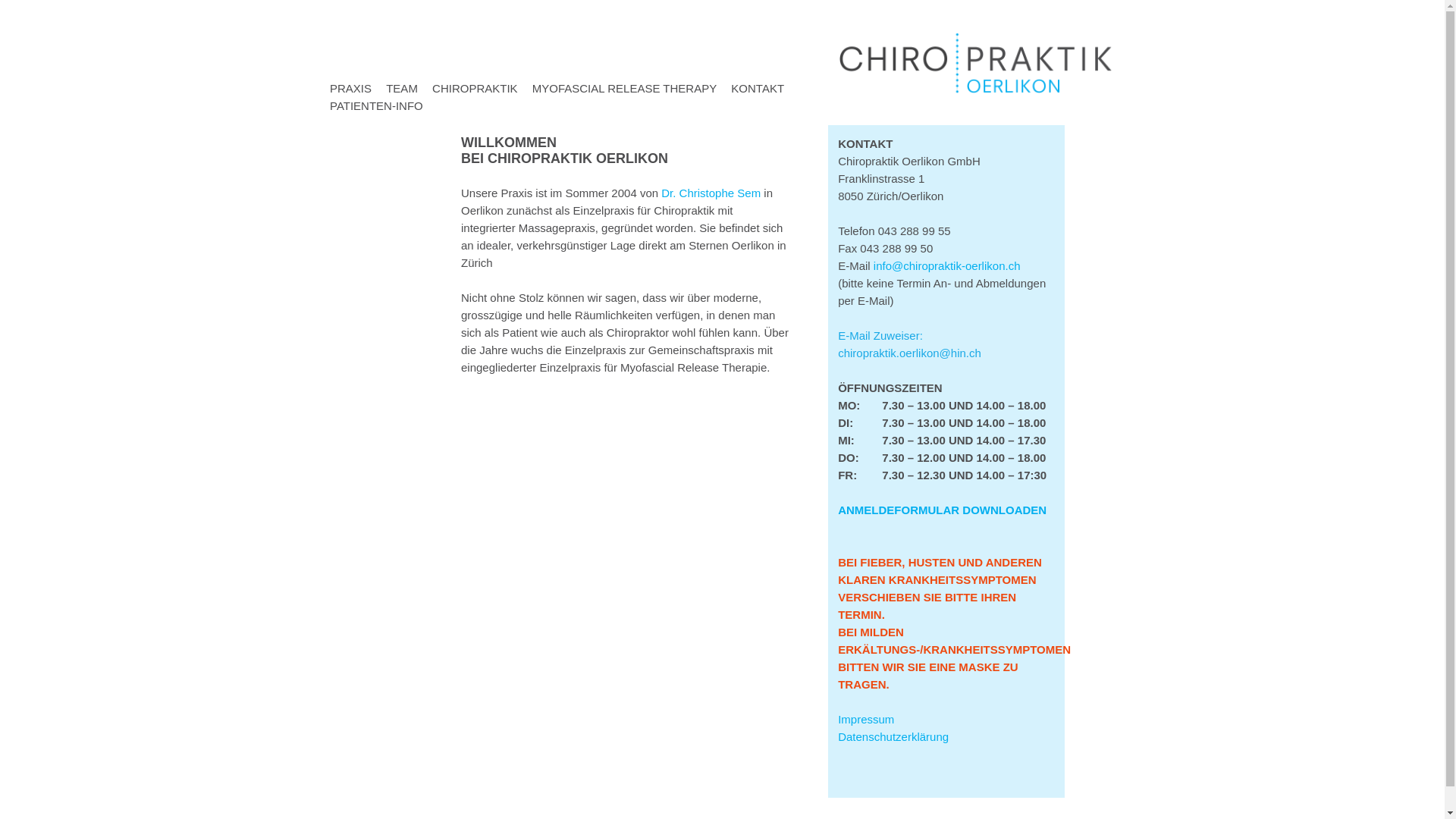  I want to click on 'PRAXIS', so click(350, 88).